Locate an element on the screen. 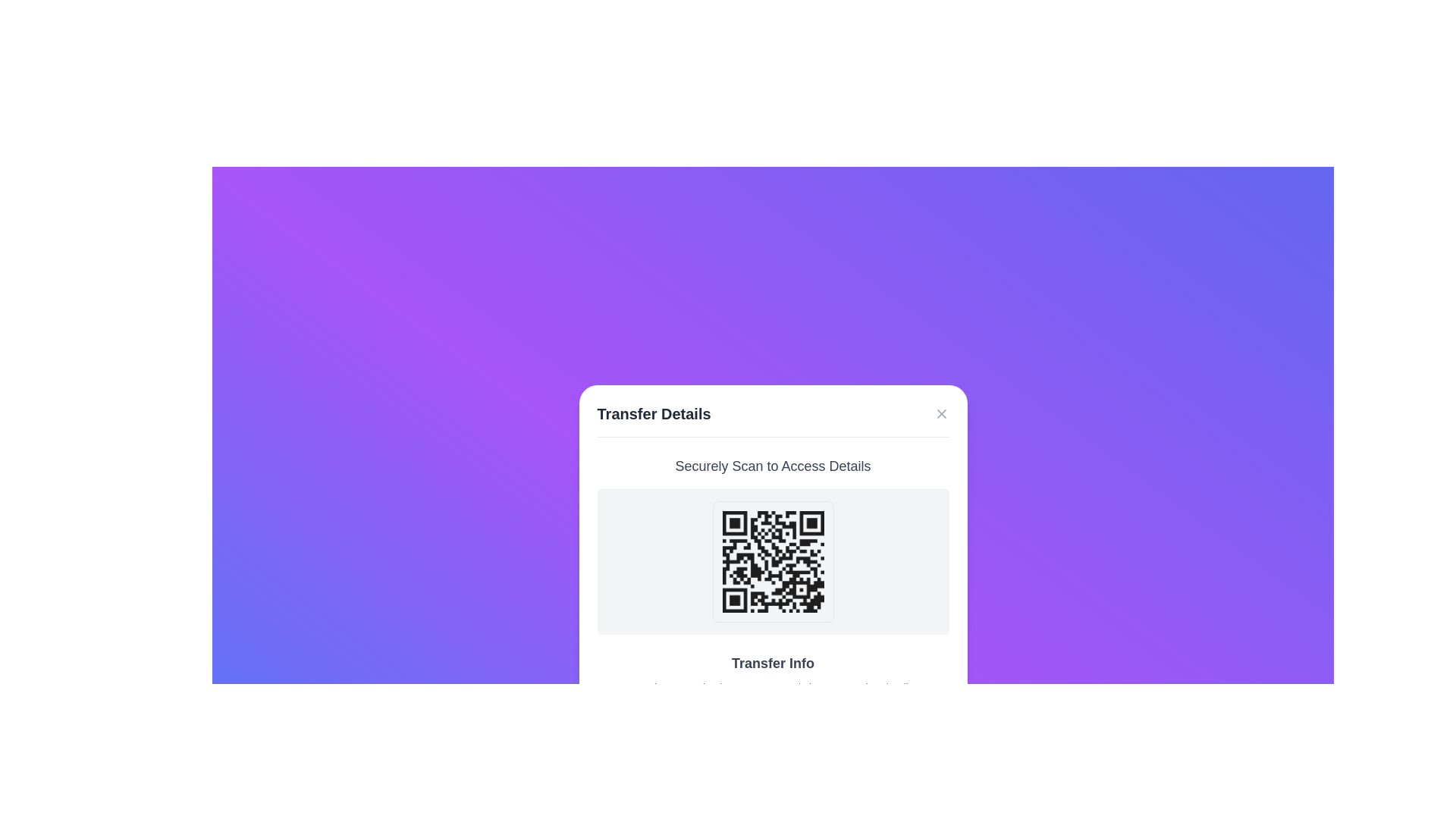 The image size is (1456, 819). the informative block with the QR code located in the modal dialog titled 'Transfer Details', which is the second section after the title is located at coordinates (773, 544).